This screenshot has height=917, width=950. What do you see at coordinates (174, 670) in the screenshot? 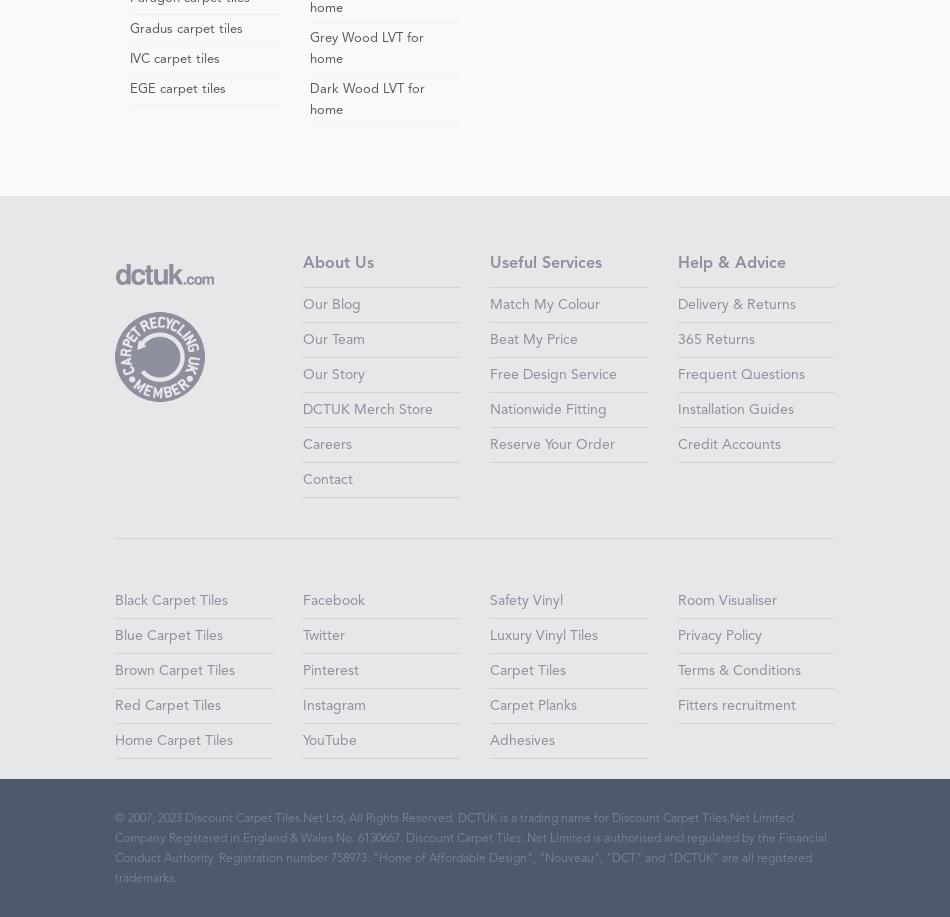
I see `'Brown Carpet Tiles'` at bounding box center [174, 670].